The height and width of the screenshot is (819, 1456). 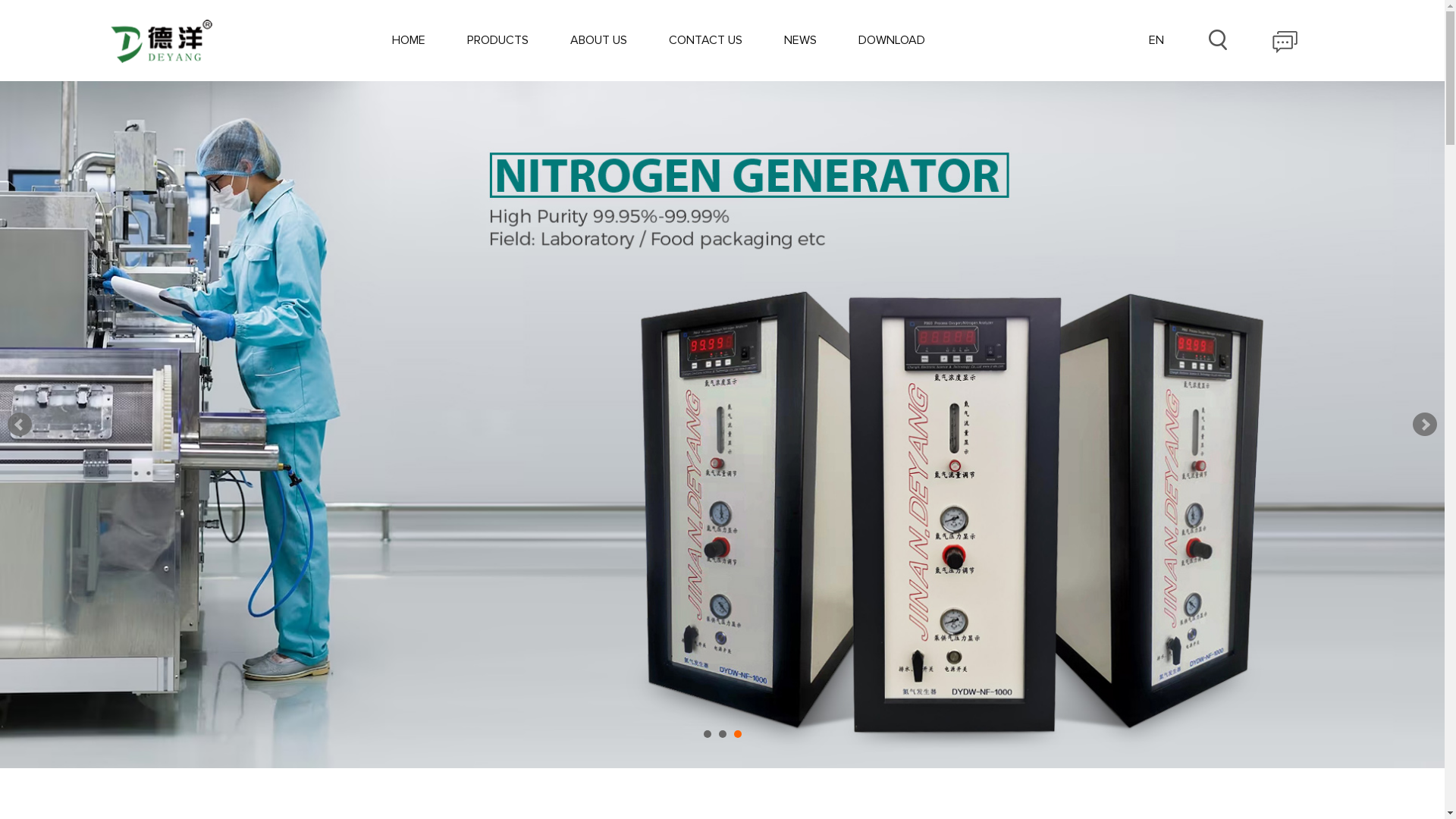 What do you see at coordinates (598, 39) in the screenshot?
I see `'ABOUT US'` at bounding box center [598, 39].